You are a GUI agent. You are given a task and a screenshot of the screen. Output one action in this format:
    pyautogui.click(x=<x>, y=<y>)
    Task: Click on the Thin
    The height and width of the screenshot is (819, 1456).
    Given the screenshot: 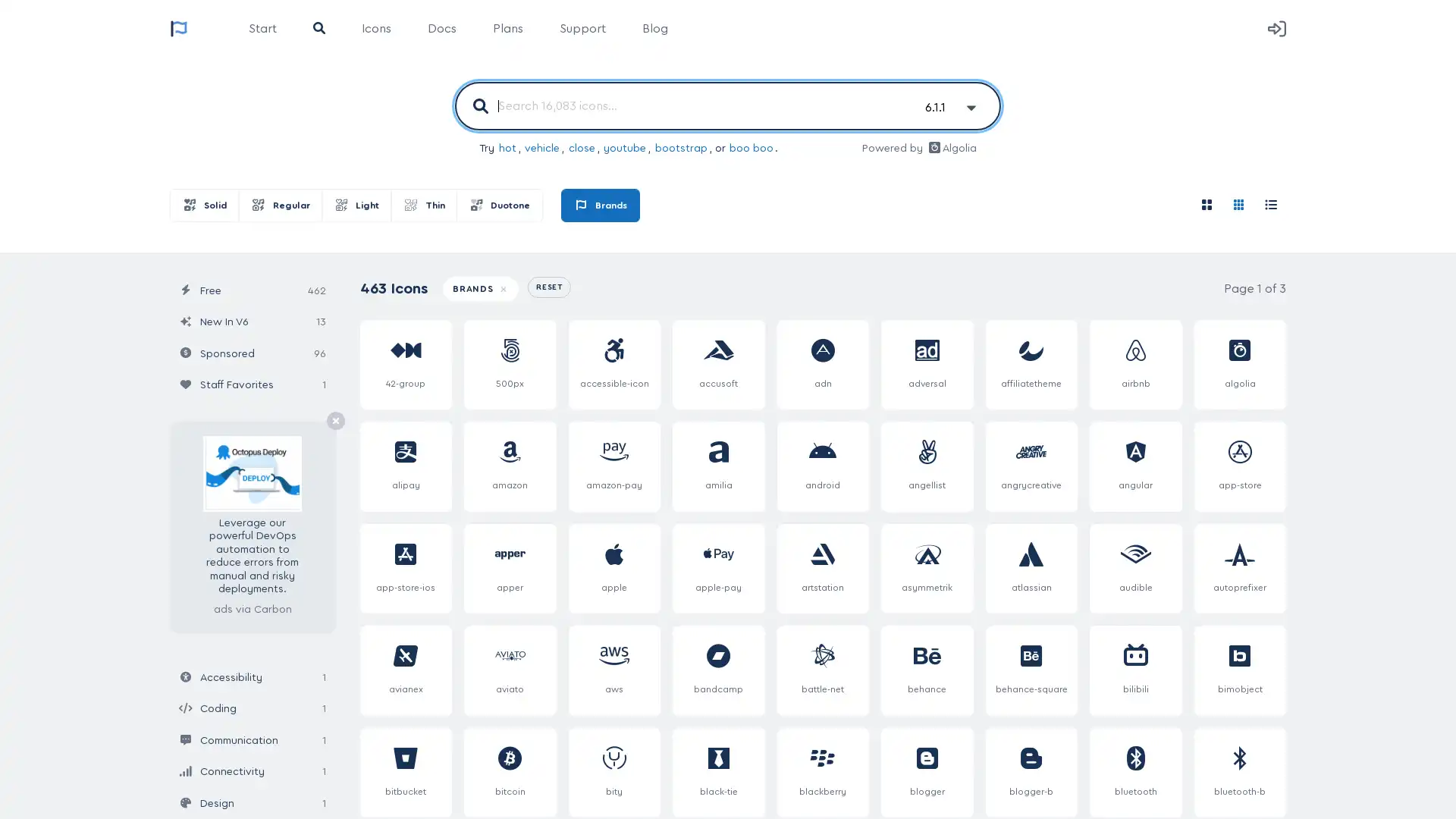 What is the action you would take?
    pyautogui.click(x=516, y=210)
    